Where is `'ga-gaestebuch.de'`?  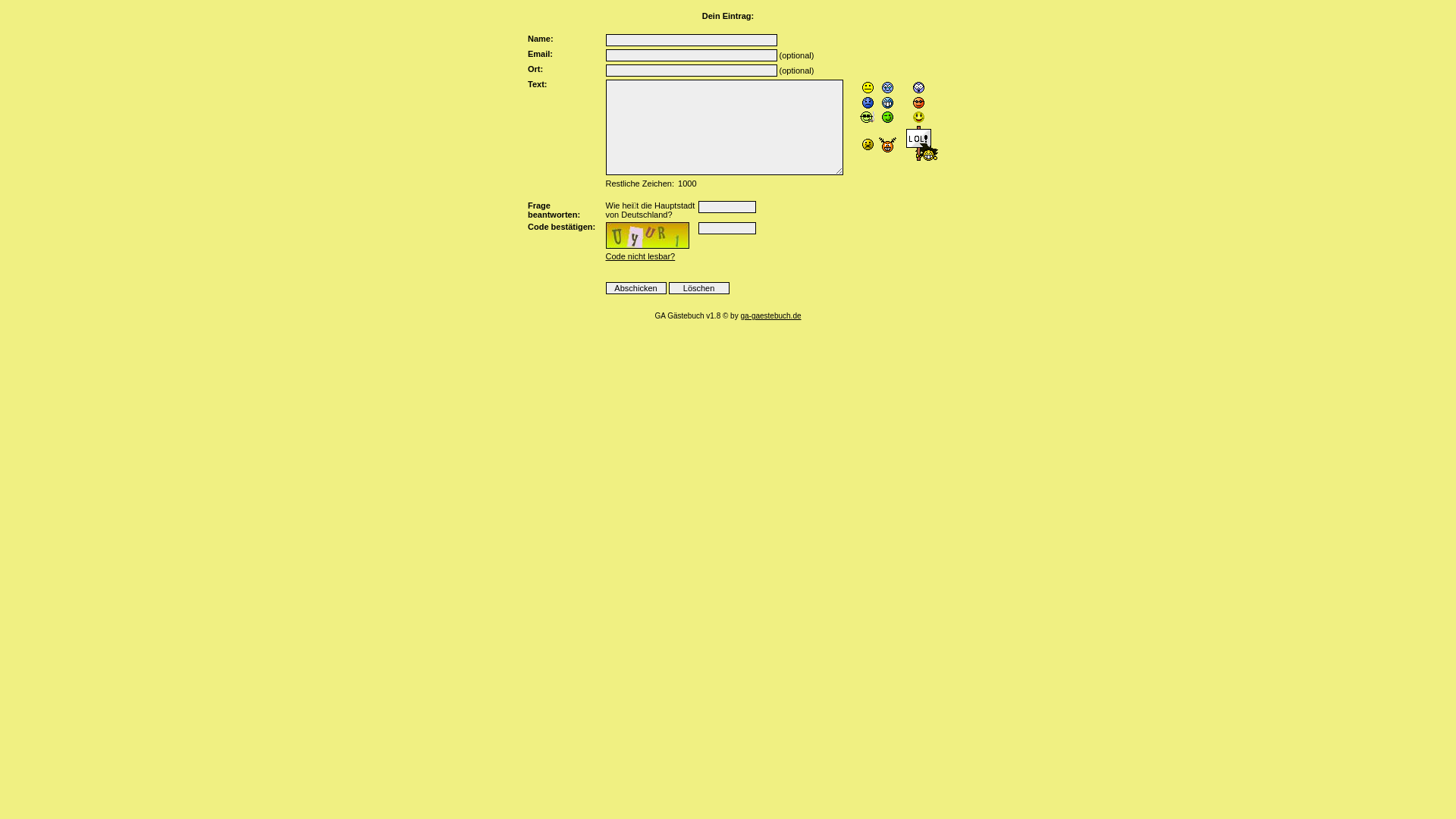
'ga-gaestebuch.de' is located at coordinates (770, 315).